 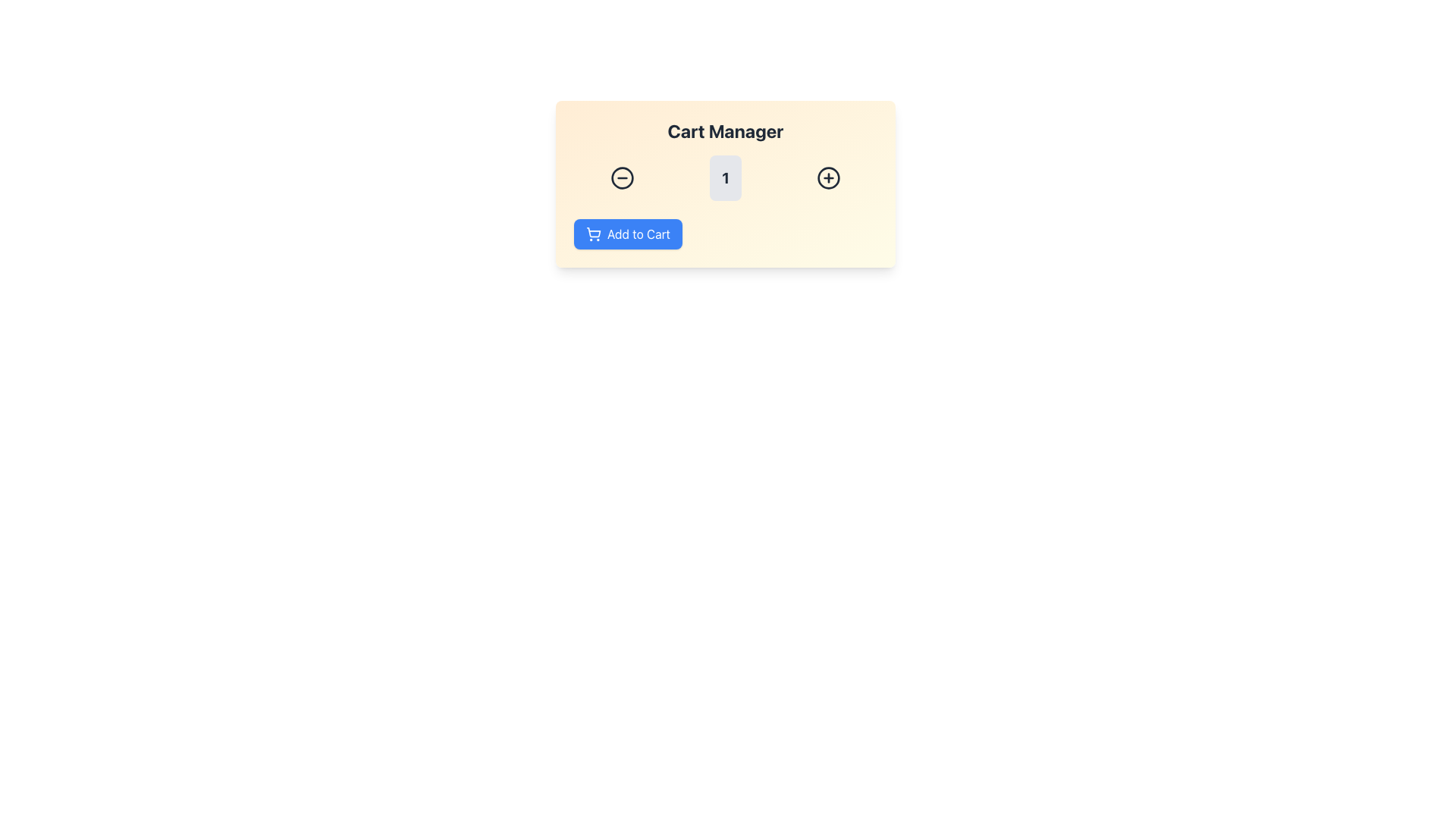 What do you see at coordinates (828, 177) in the screenshot?
I see `the increment button located in the rightmost portion of a horizontal layout of controls to increase the specific value` at bounding box center [828, 177].